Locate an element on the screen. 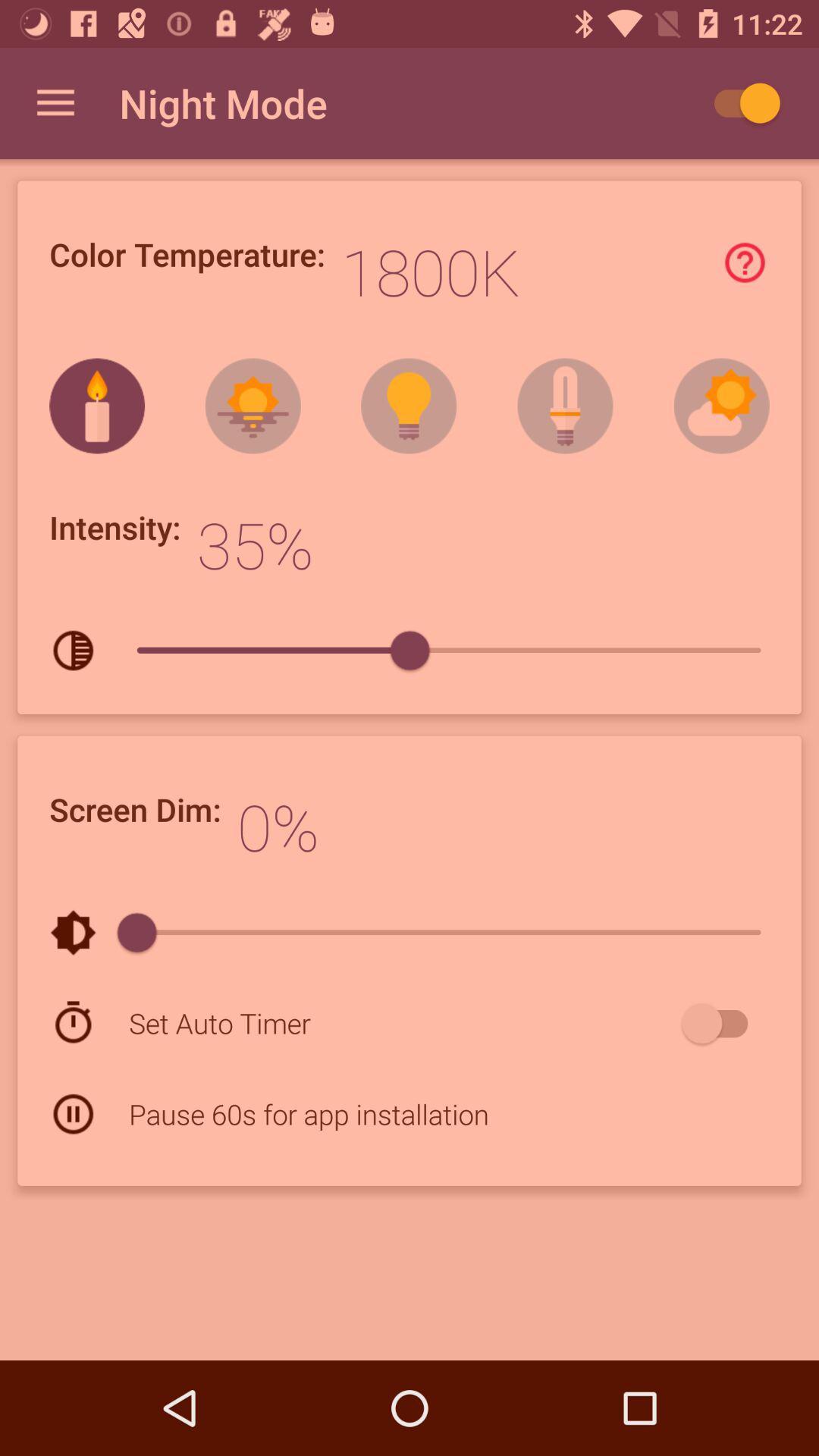 The height and width of the screenshot is (1456, 819). the second image from left side is located at coordinates (565, 406).